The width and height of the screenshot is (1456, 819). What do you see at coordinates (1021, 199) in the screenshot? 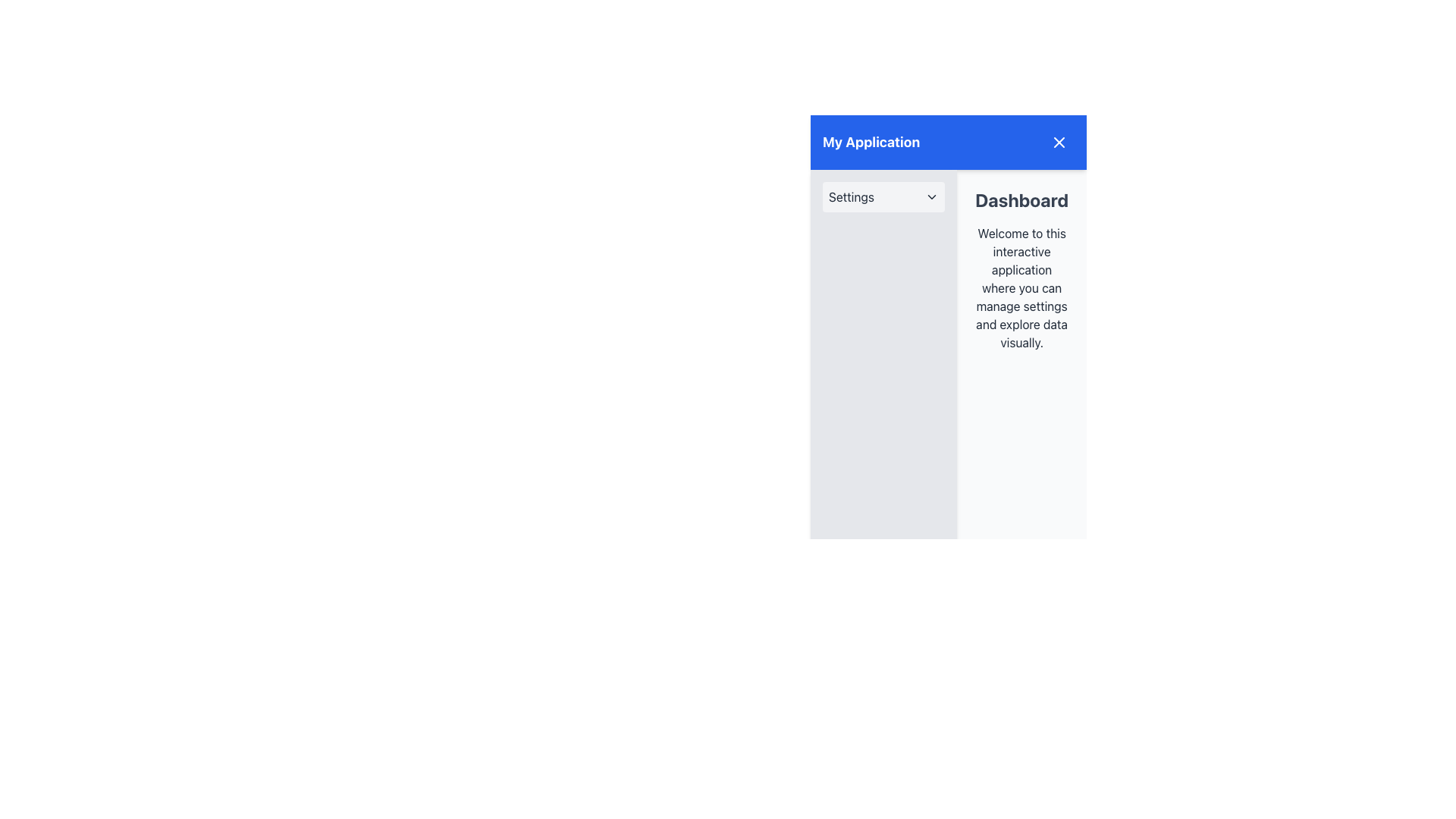
I see `text from the prominent 'Dashboard' text label located in the upper region of the right section of the interface` at bounding box center [1021, 199].